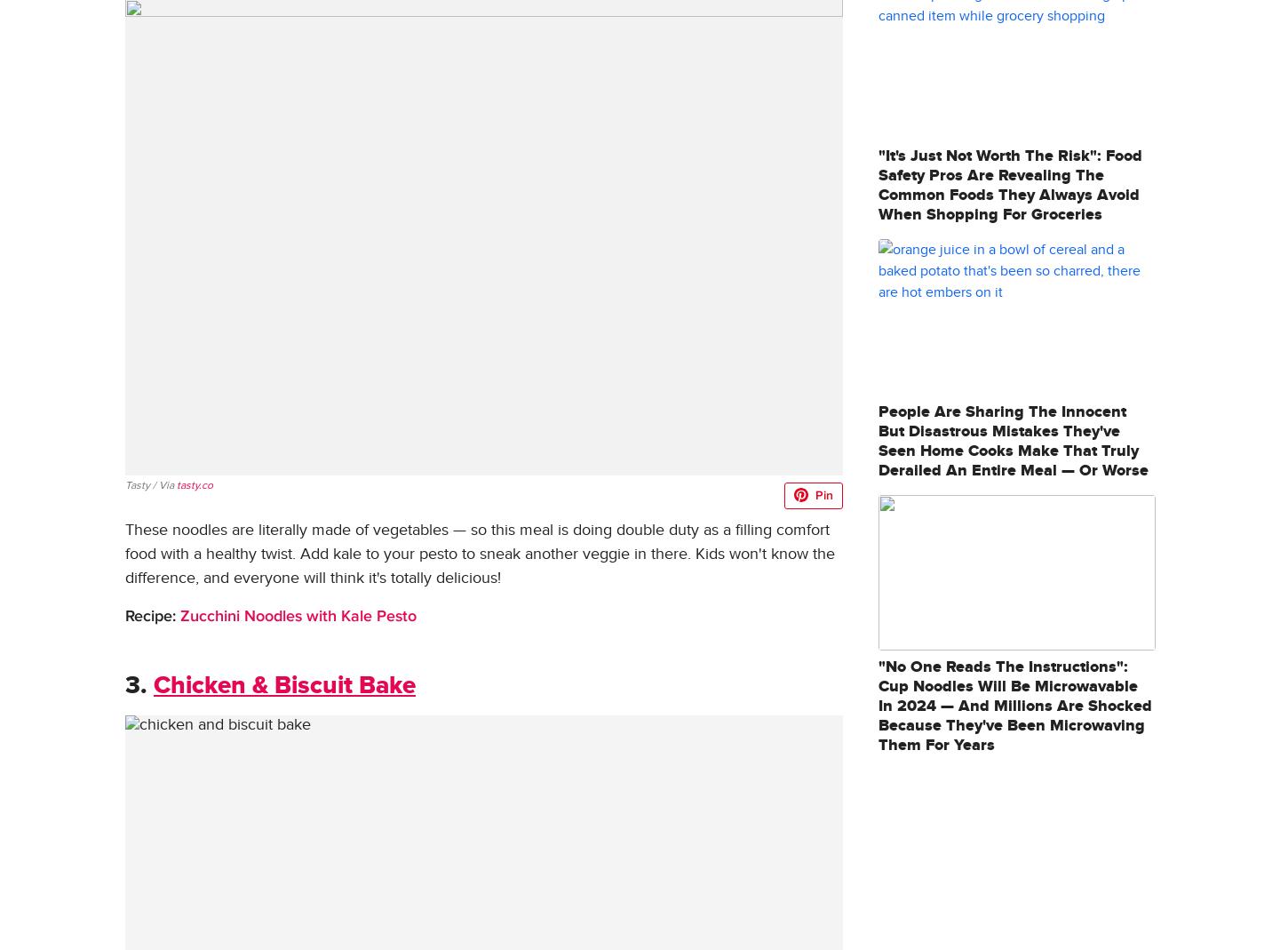  Describe the element at coordinates (152, 684) in the screenshot. I see `'Chicken & Biscuit Bake'` at that location.